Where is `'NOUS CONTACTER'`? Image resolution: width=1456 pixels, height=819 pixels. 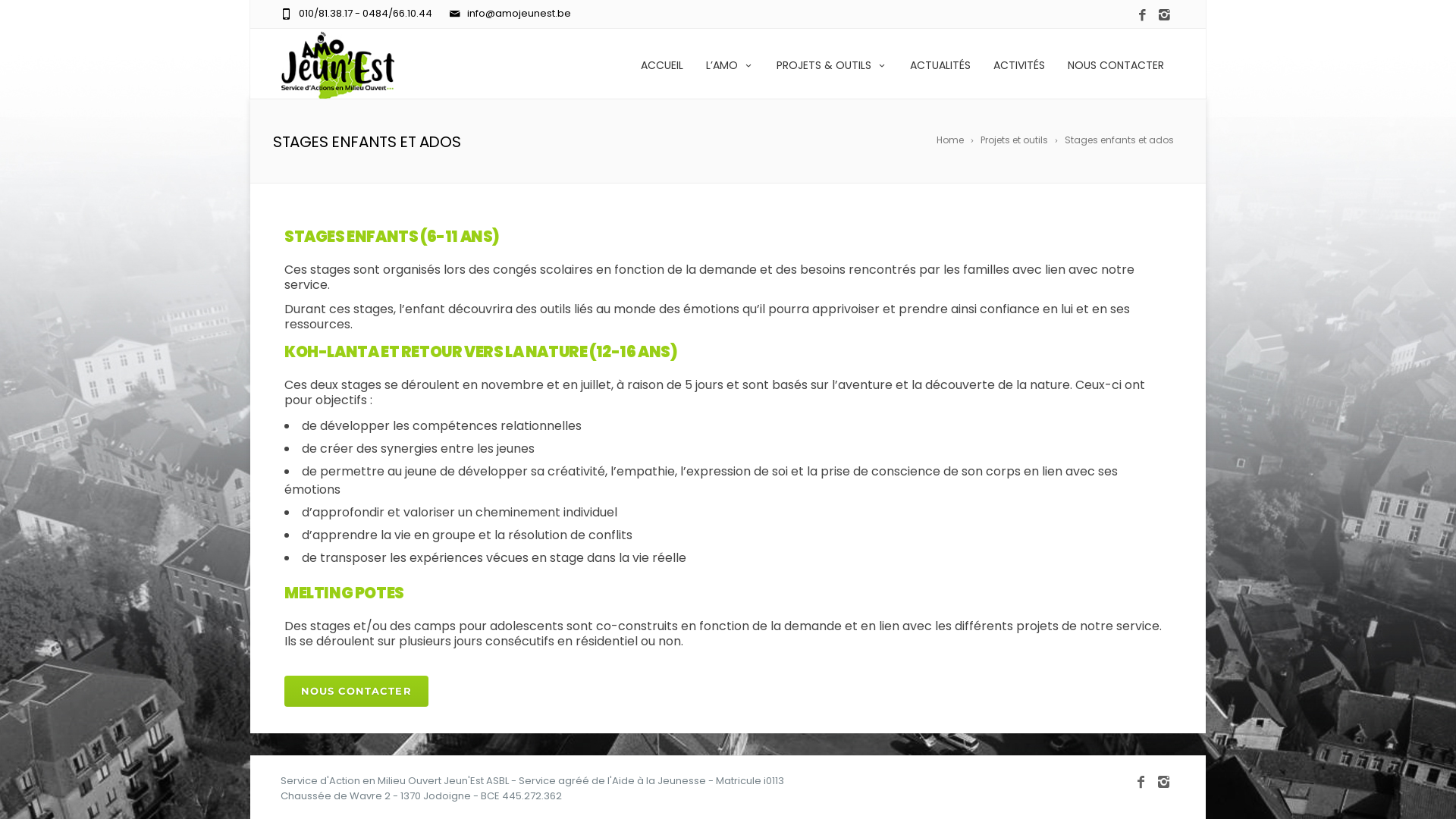
'NOUS CONTACTER' is located at coordinates (1116, 63).